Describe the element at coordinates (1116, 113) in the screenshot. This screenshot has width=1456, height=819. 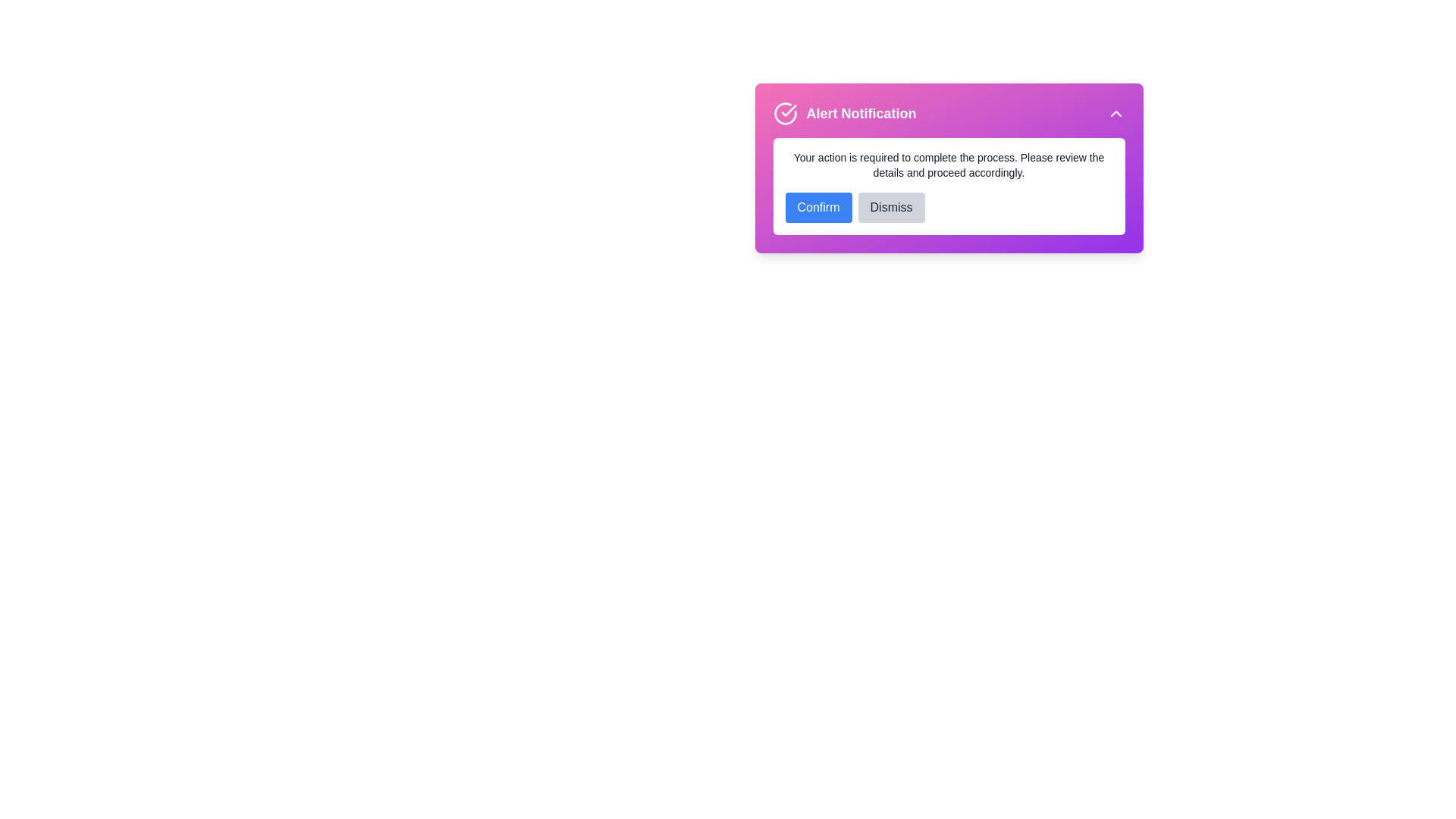
I see `collapse button to collapse the alert` at that location.